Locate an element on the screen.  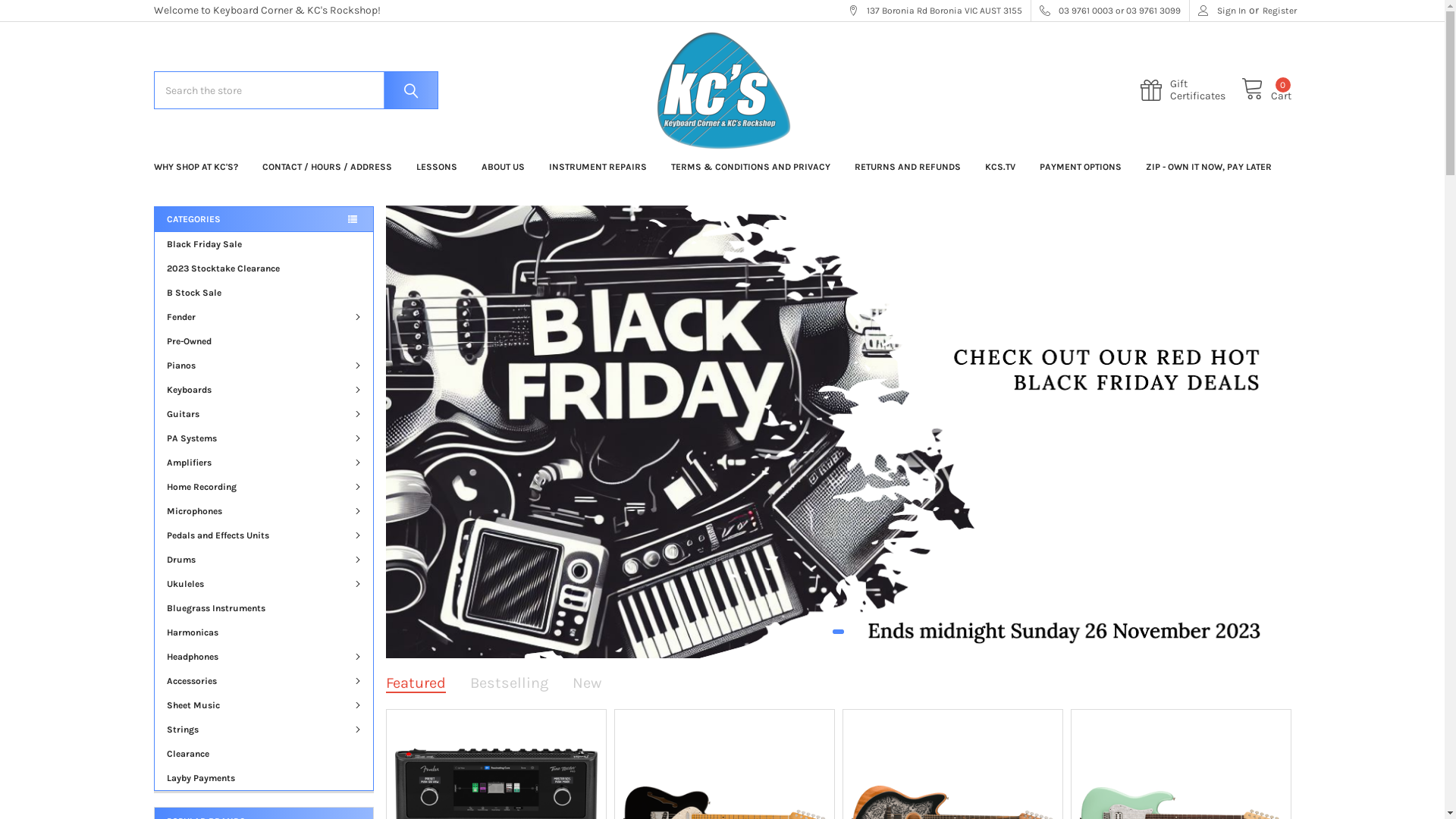
'Search' is located at coordinates (407, 90).